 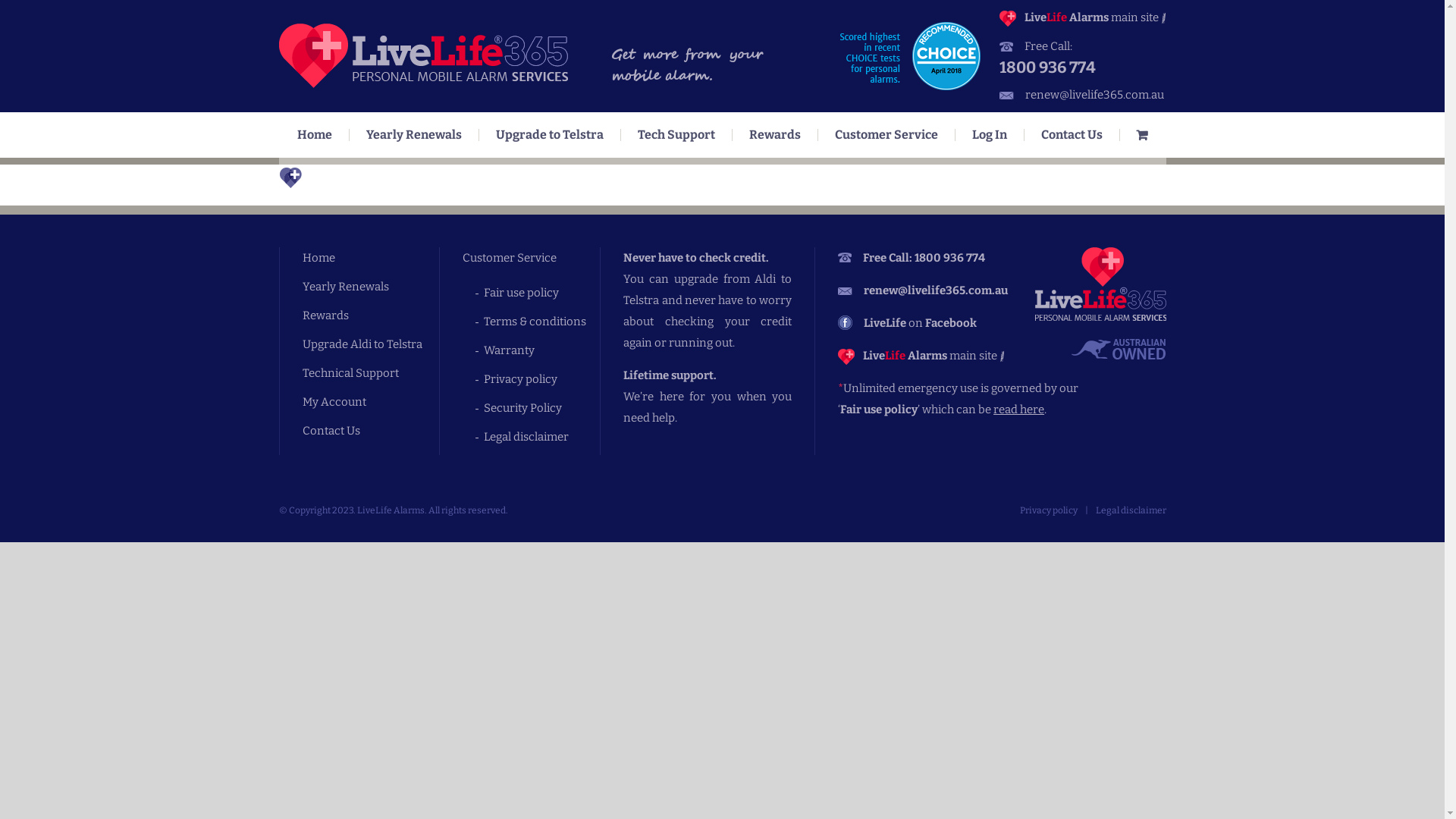 What do you see at coordinates (314, 133) in the screenshot?
I see `'Home'` at bounding box center [314, 133].